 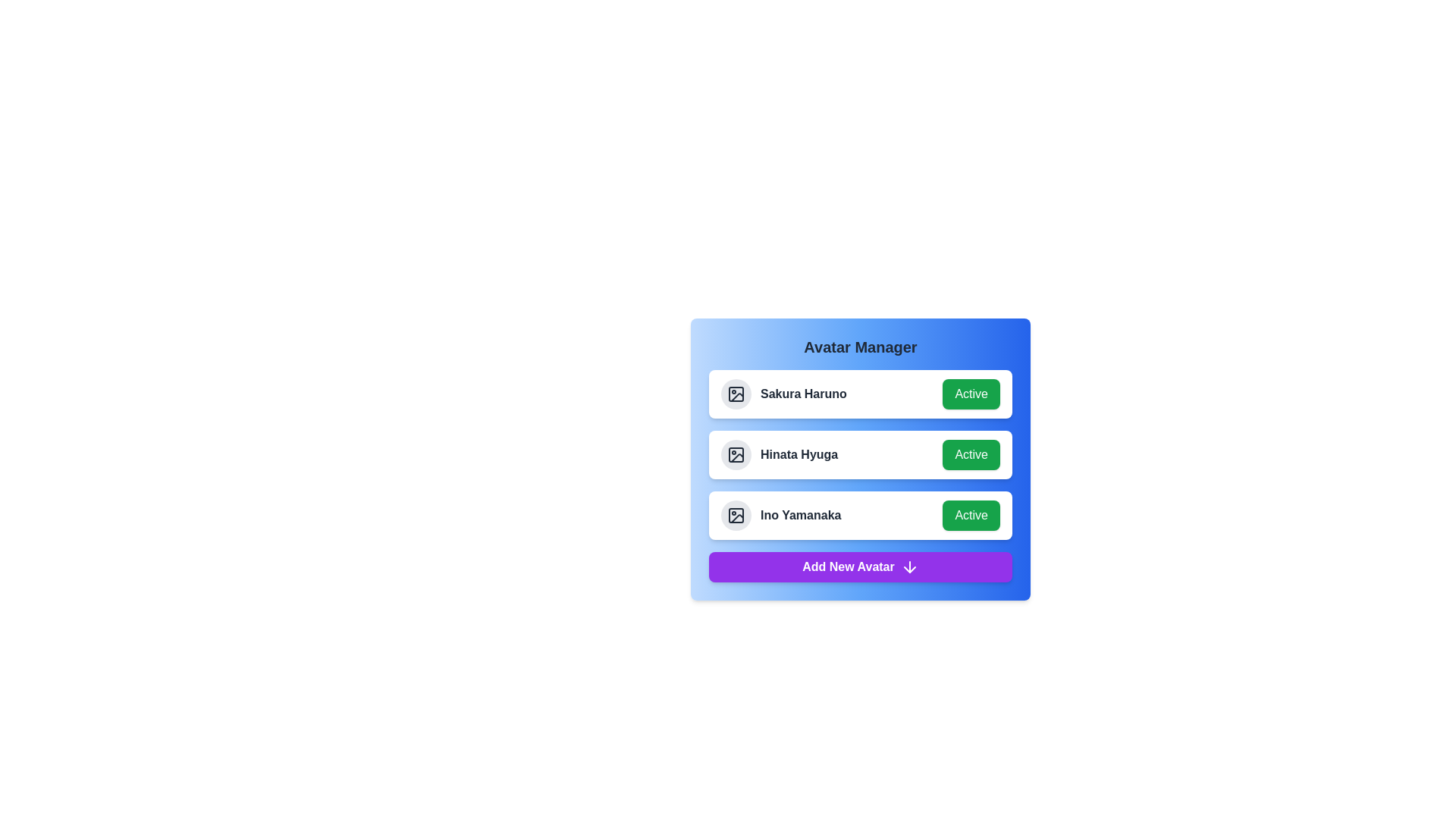 I want to click on the Profile Placeholder Icon located in the third row of the user listing, immediately to the left of the name 'Ino Yamanaka', so click(x=736, y=514).